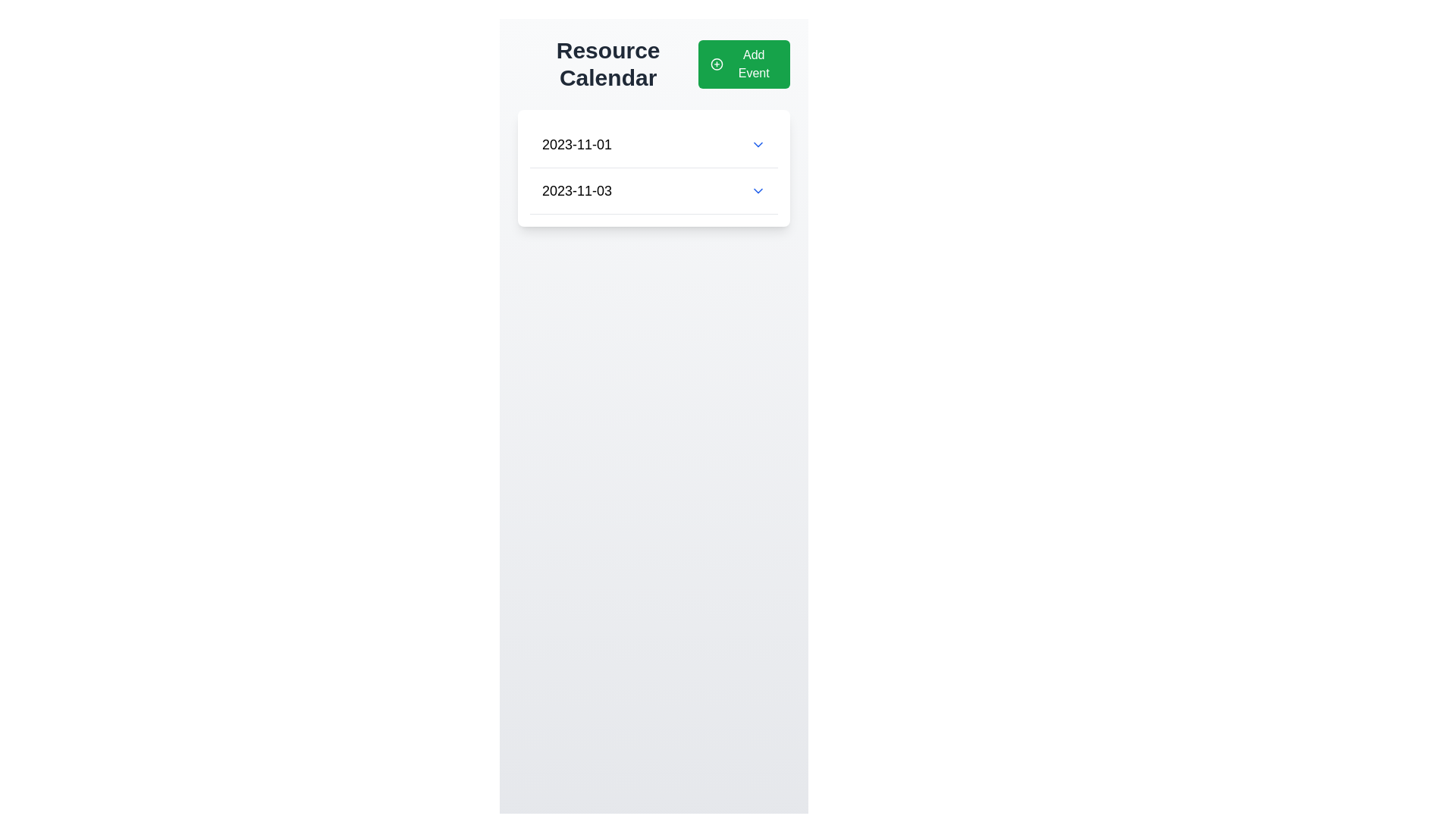 Image resolution: width=1456 pixels, height=819 pixels. I want to click on the title text element located in the top-left section of the layout, positioned to the left of the green 'Add Event' button and above the list of date entries, so click(608, 63).